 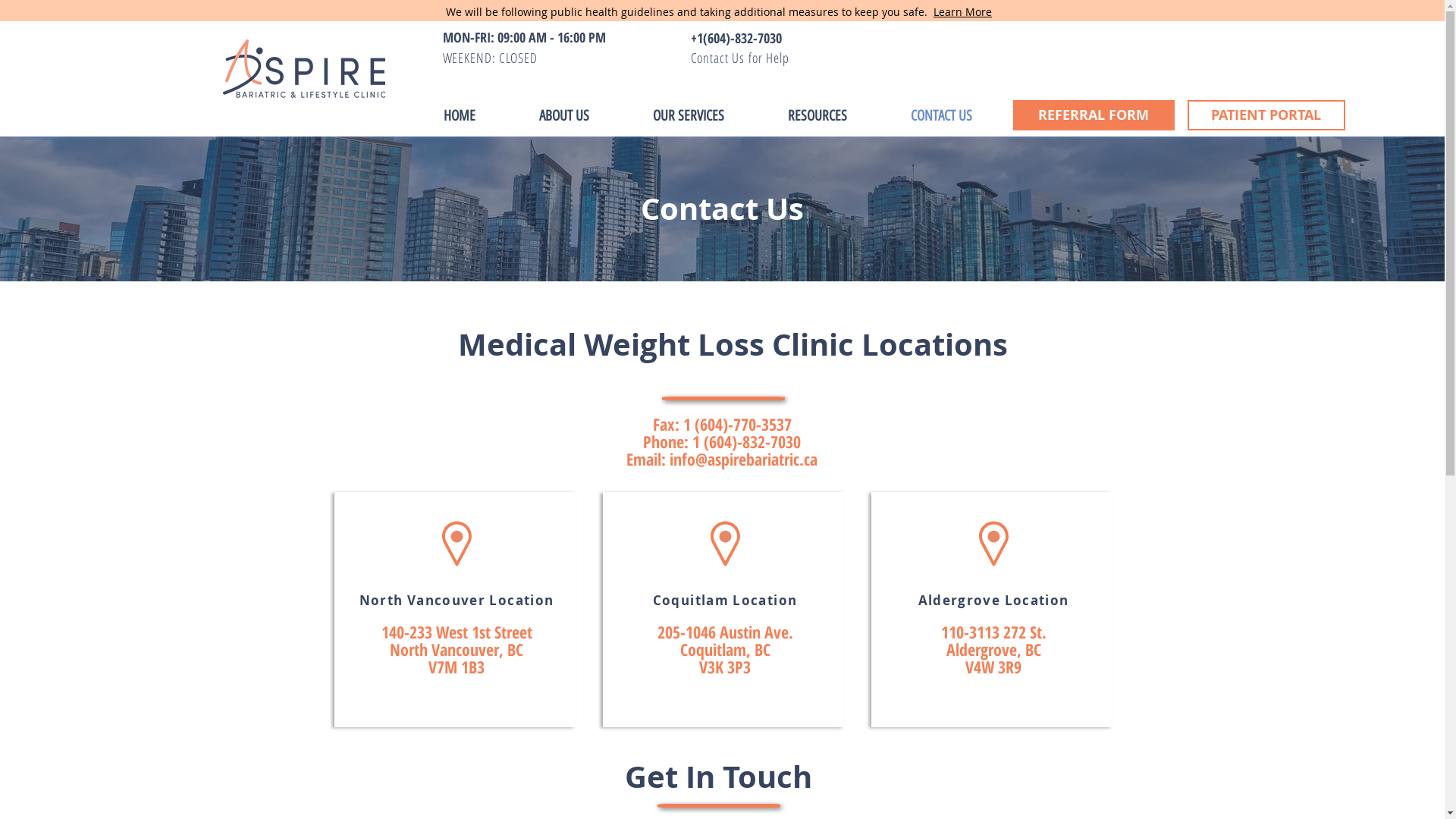 I want to click on 'Learn More', so click(x=932, y=11).